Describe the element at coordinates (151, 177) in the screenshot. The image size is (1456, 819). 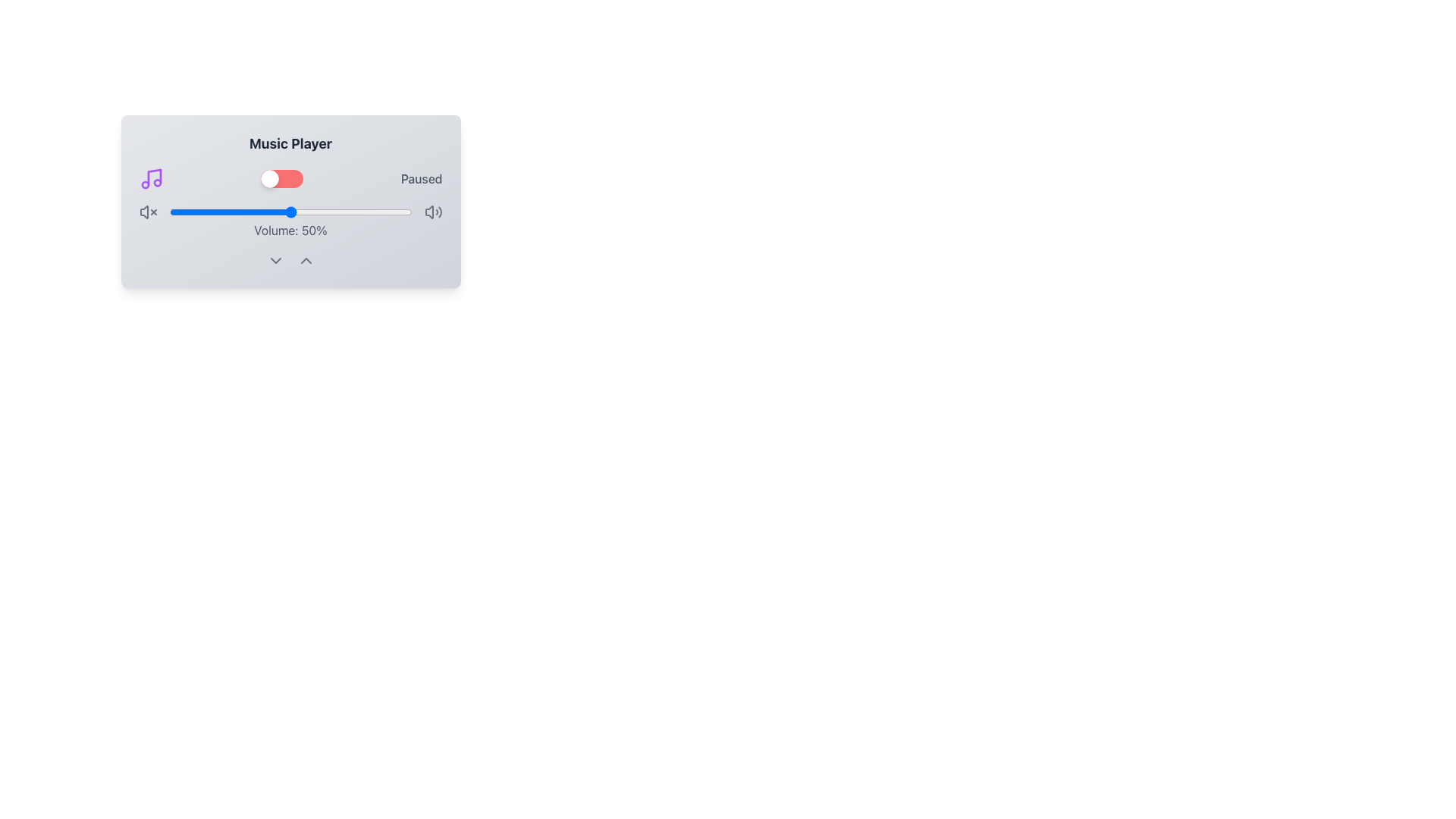
I see `the music-related icon located at the extreme left of the horizontal layout in the header section of the music player, to the left of the 'Paused' toggle switch` at that location.